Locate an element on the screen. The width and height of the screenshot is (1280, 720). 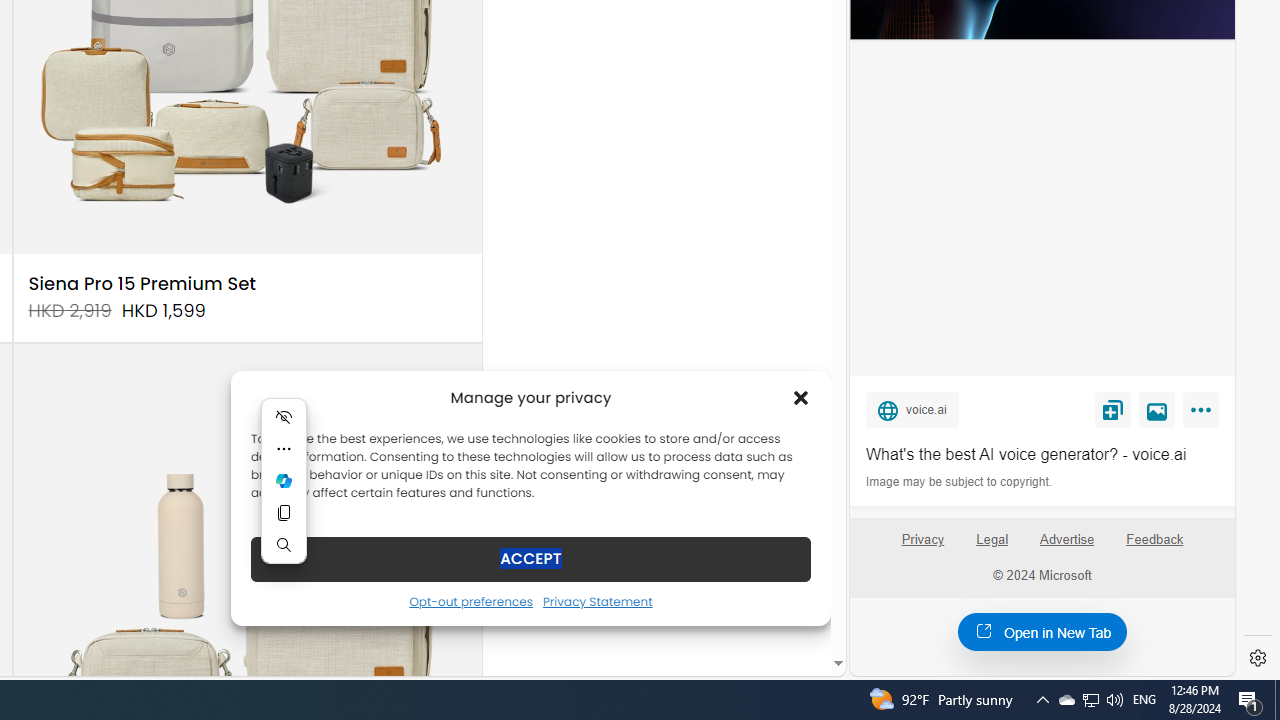
'Advertise' is located at coordinates (1065, 538).